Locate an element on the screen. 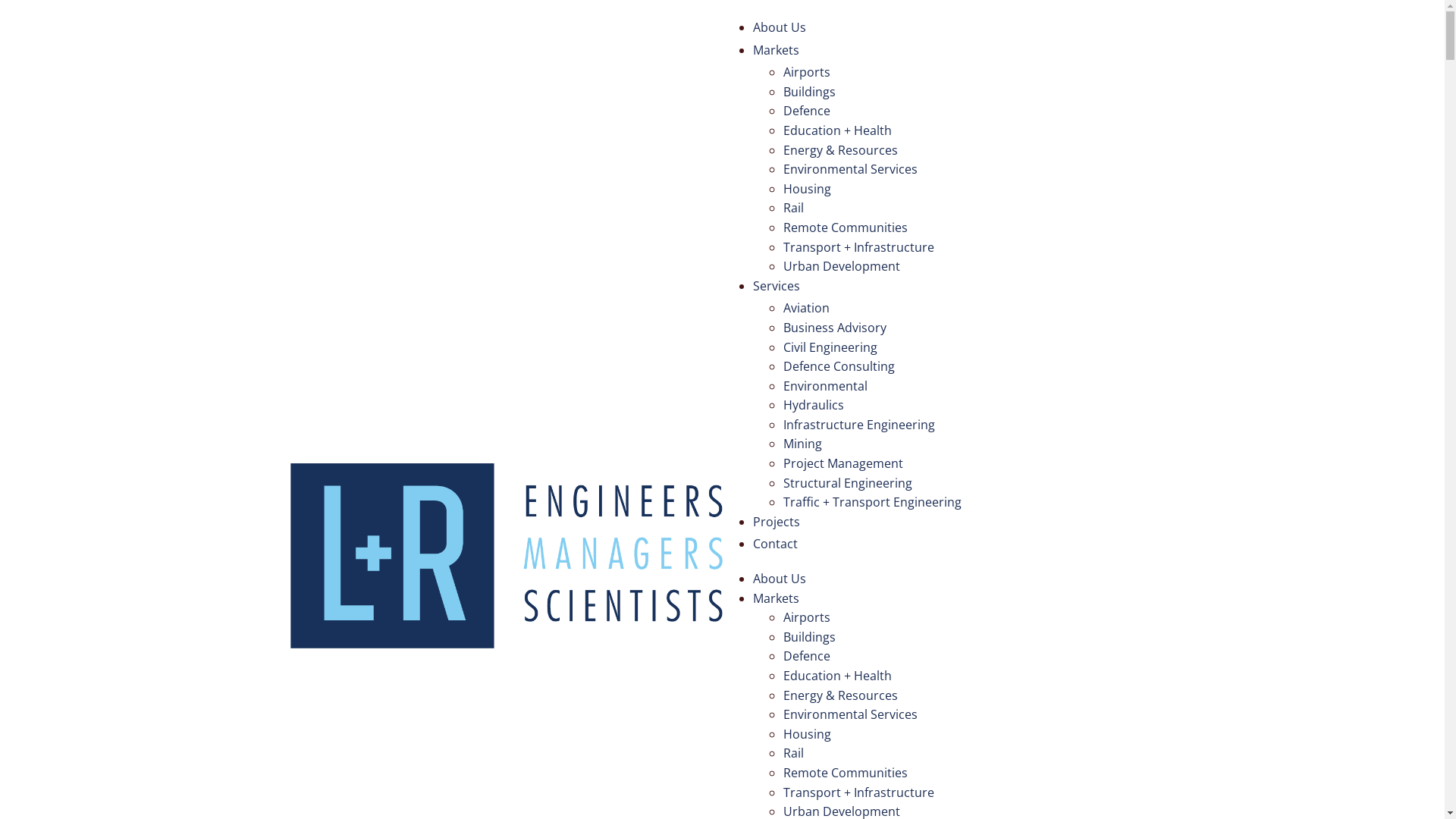 Image resolution: width=1456 pixels, height=819 pixels. 'Energy & Resources' is located at coordinates (839, 695).